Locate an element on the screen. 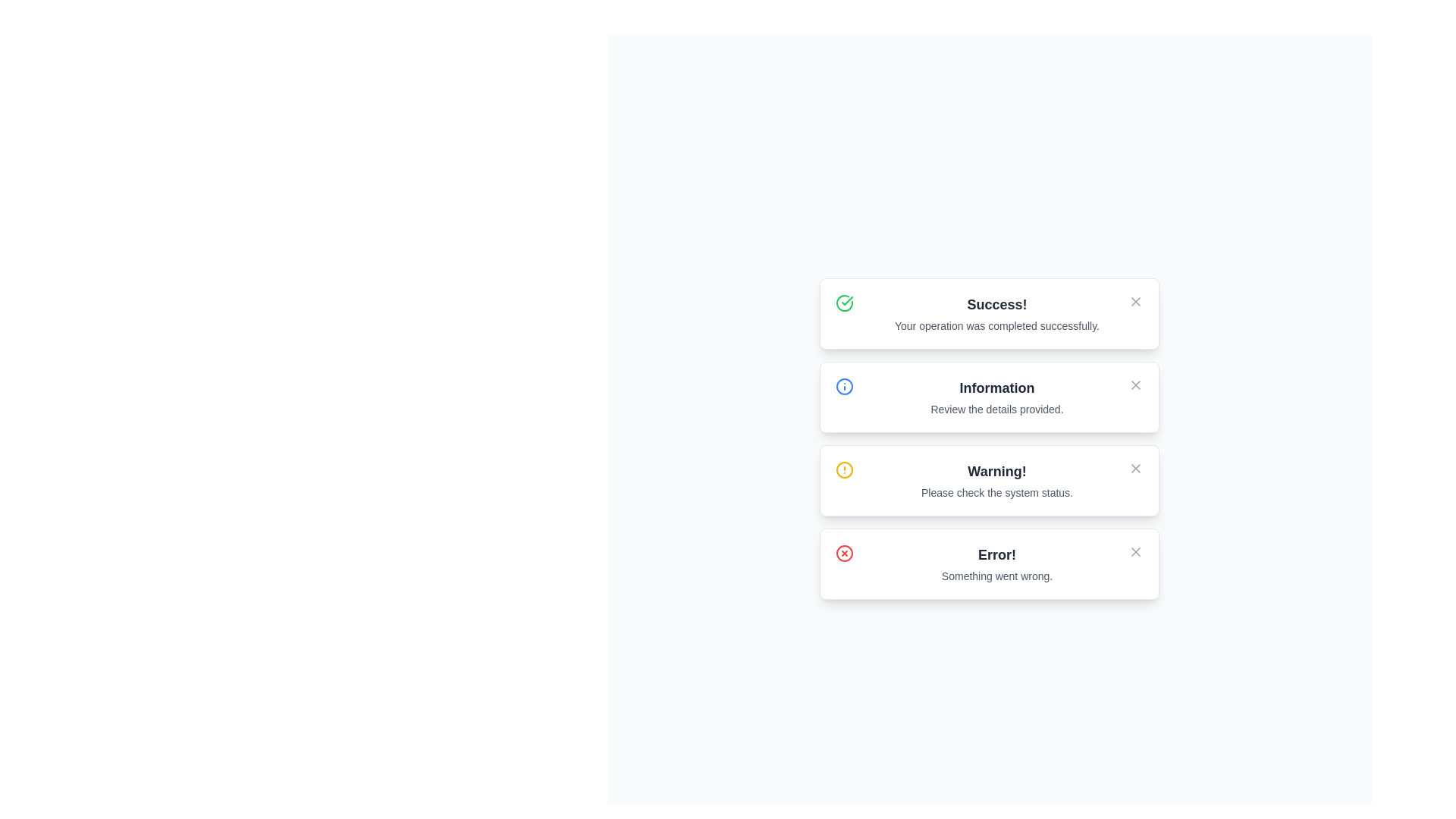 The width and height of the screenshot is (1456, 819). the Close Icon Component located in the top-right corner of the 'Success!' notification card is located at coordinates (1135, 301).